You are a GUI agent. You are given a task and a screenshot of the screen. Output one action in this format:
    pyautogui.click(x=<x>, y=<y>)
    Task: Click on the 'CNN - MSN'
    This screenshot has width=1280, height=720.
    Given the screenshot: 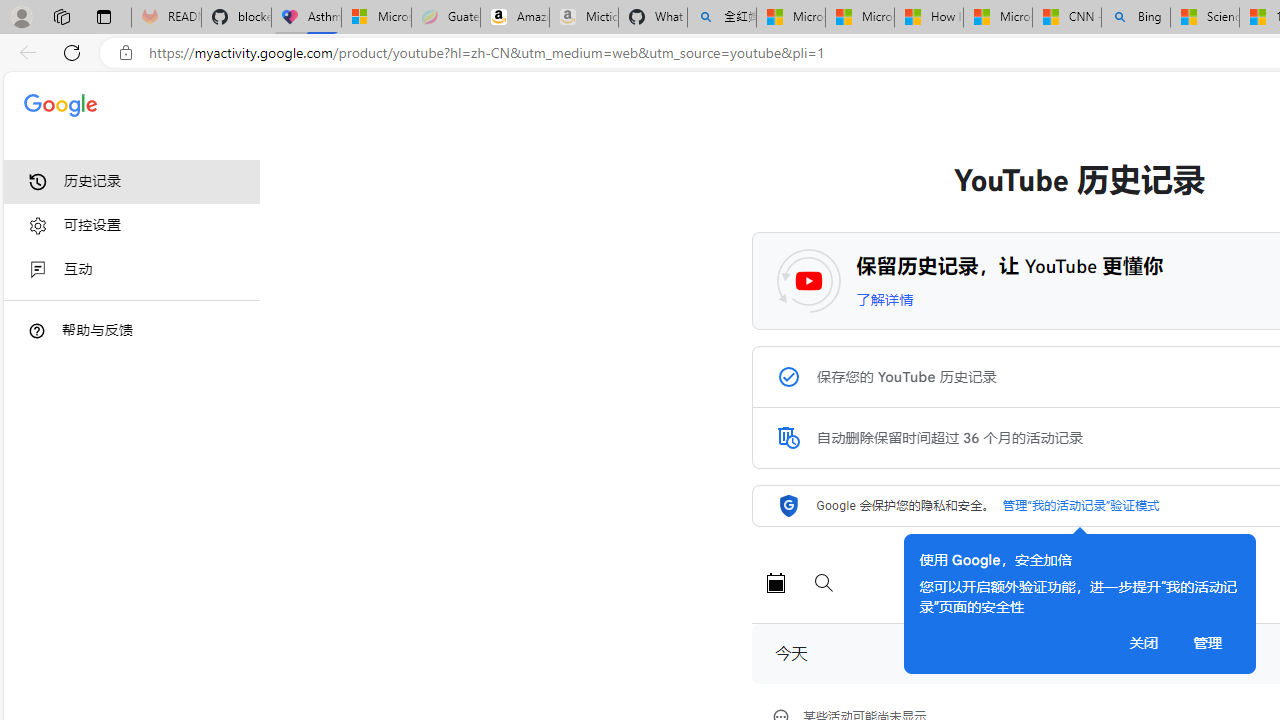 What is the action you would take?
    pyautogui.click(x=1065, y=17)
    